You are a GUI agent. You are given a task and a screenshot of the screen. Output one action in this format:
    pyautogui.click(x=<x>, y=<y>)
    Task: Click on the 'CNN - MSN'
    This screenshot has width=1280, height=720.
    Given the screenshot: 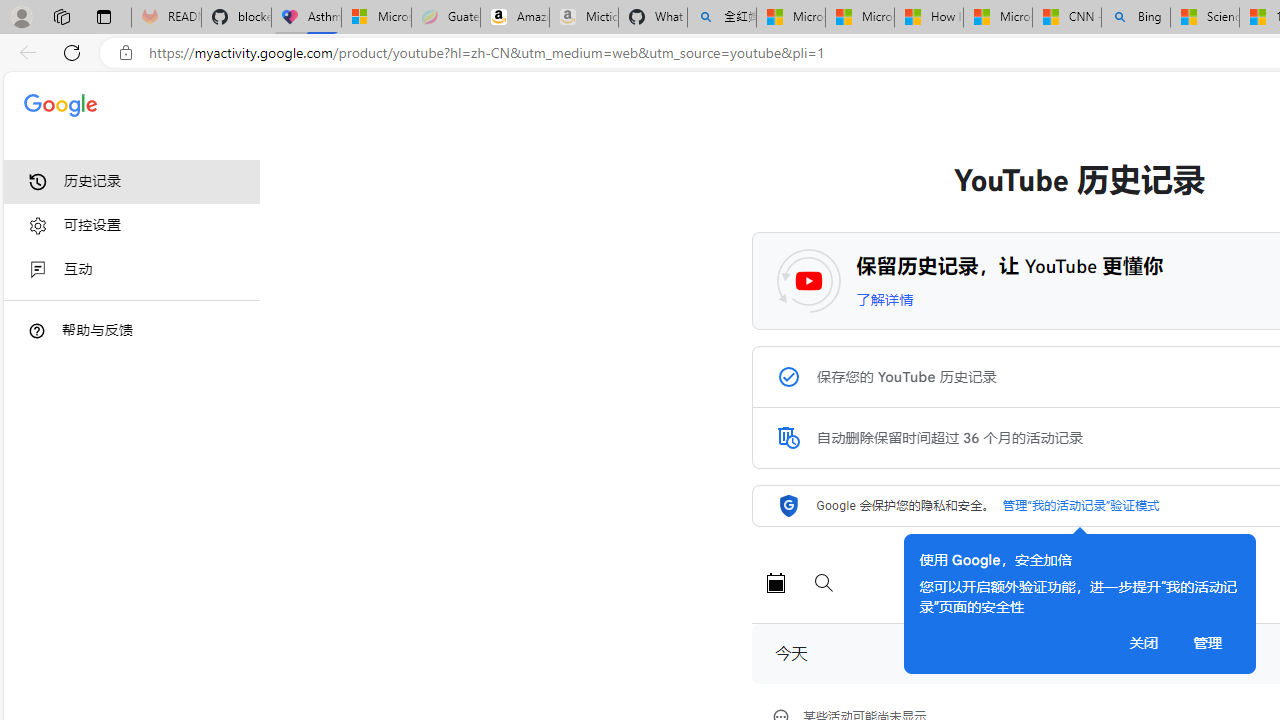 What is the action you would take?
    pyautogui.click(x=1065, y=17)
    